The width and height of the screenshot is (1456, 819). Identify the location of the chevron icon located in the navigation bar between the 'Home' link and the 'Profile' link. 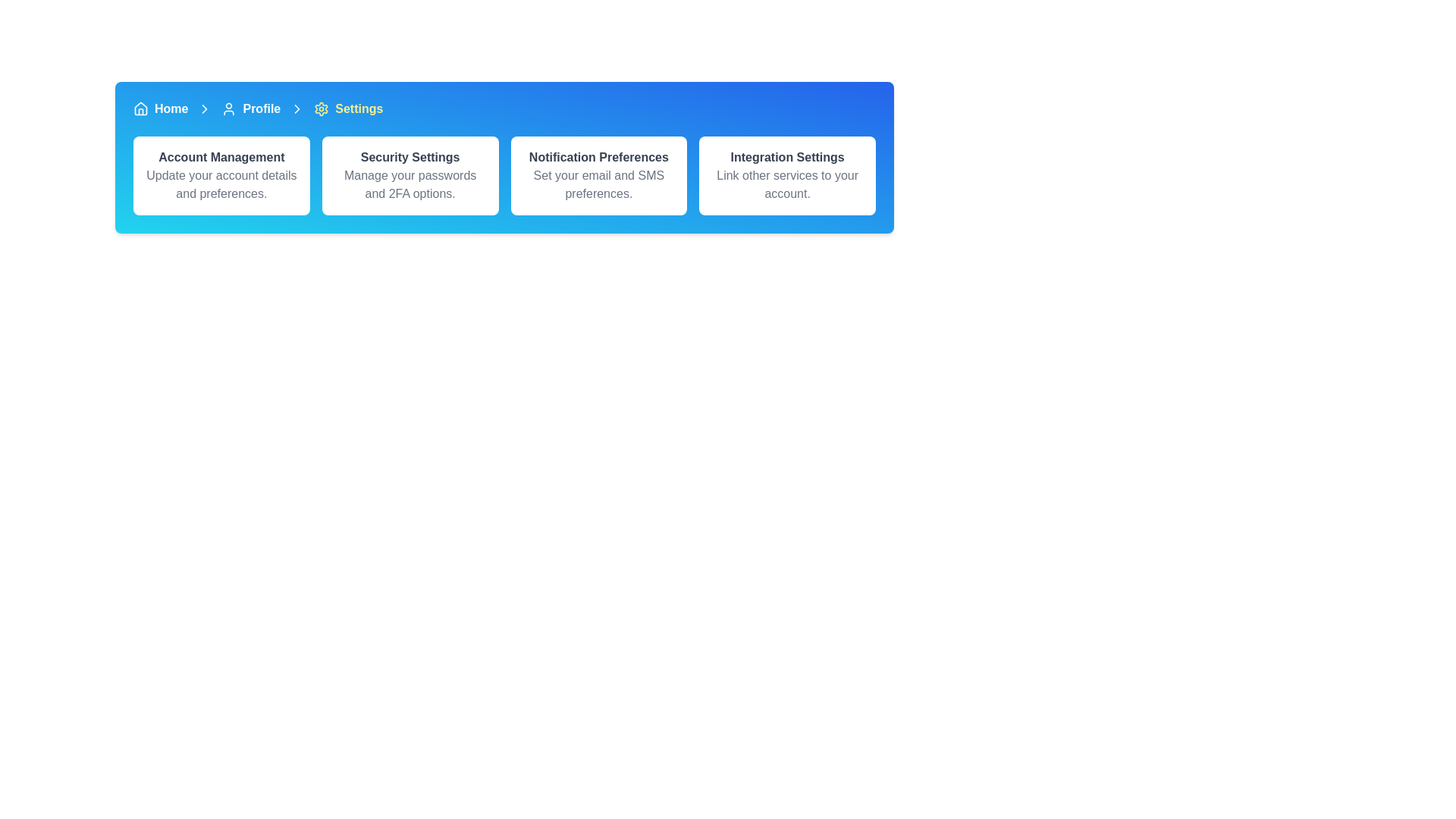
(297, 108).